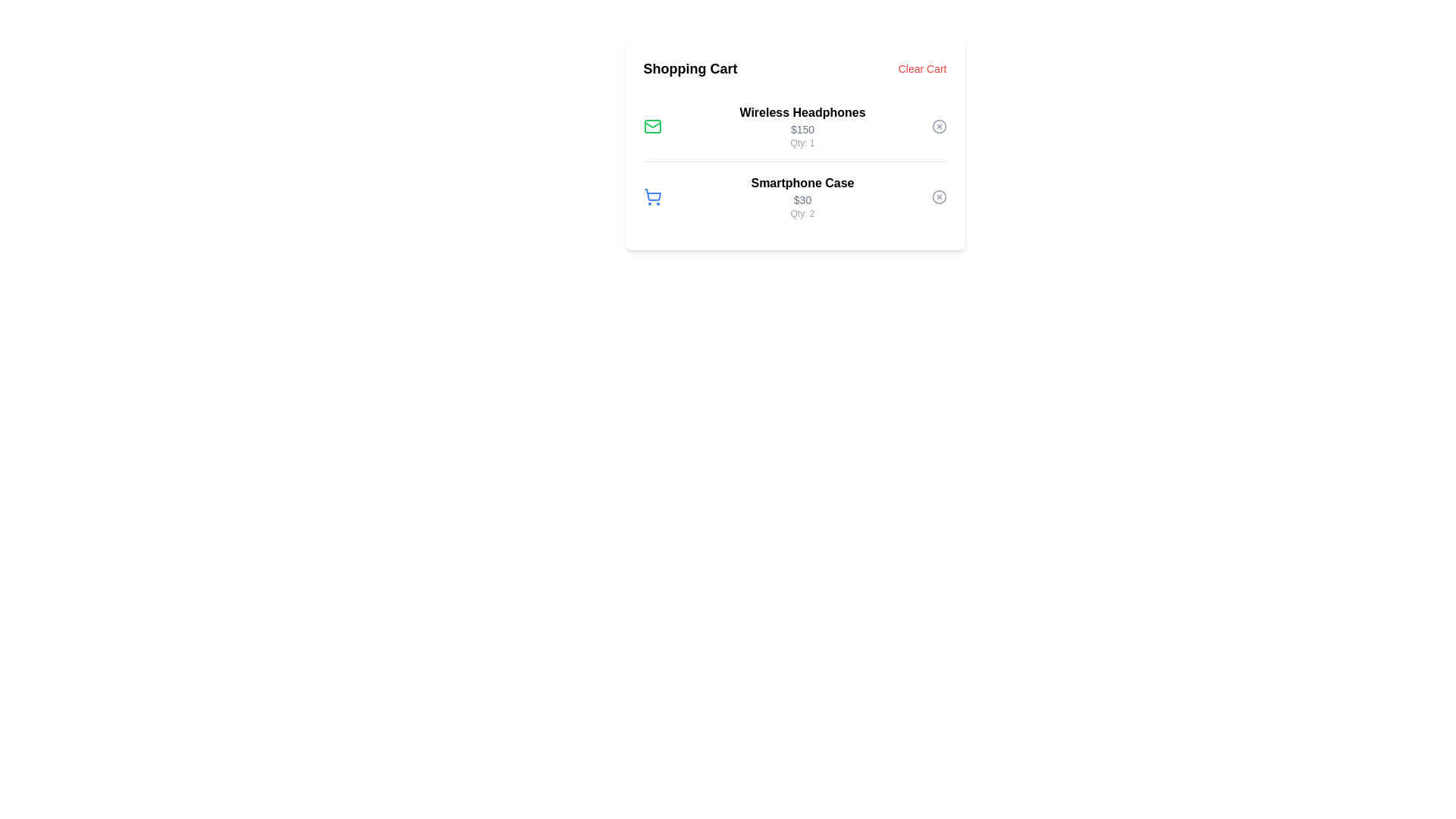  Describe the element at coordinates (802, 199) in the screenshot. I see `the price text label indicating the price of the item labeled 'Smartphone Case' in the shopping cart, which is centrally located below the item name and above the quantity text` at that location.